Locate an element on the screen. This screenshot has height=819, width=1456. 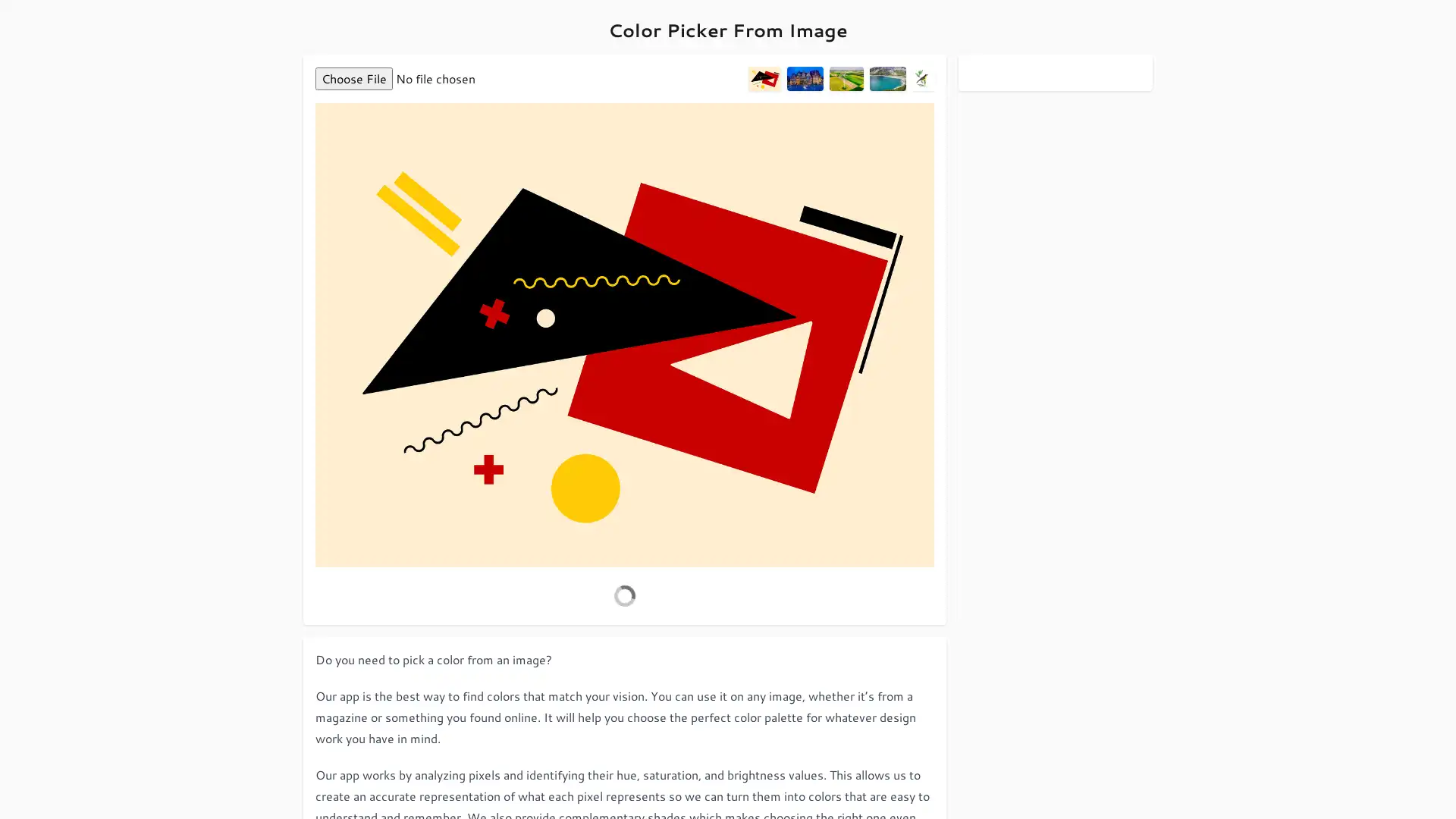
example image is located at coordinates (764, 79).